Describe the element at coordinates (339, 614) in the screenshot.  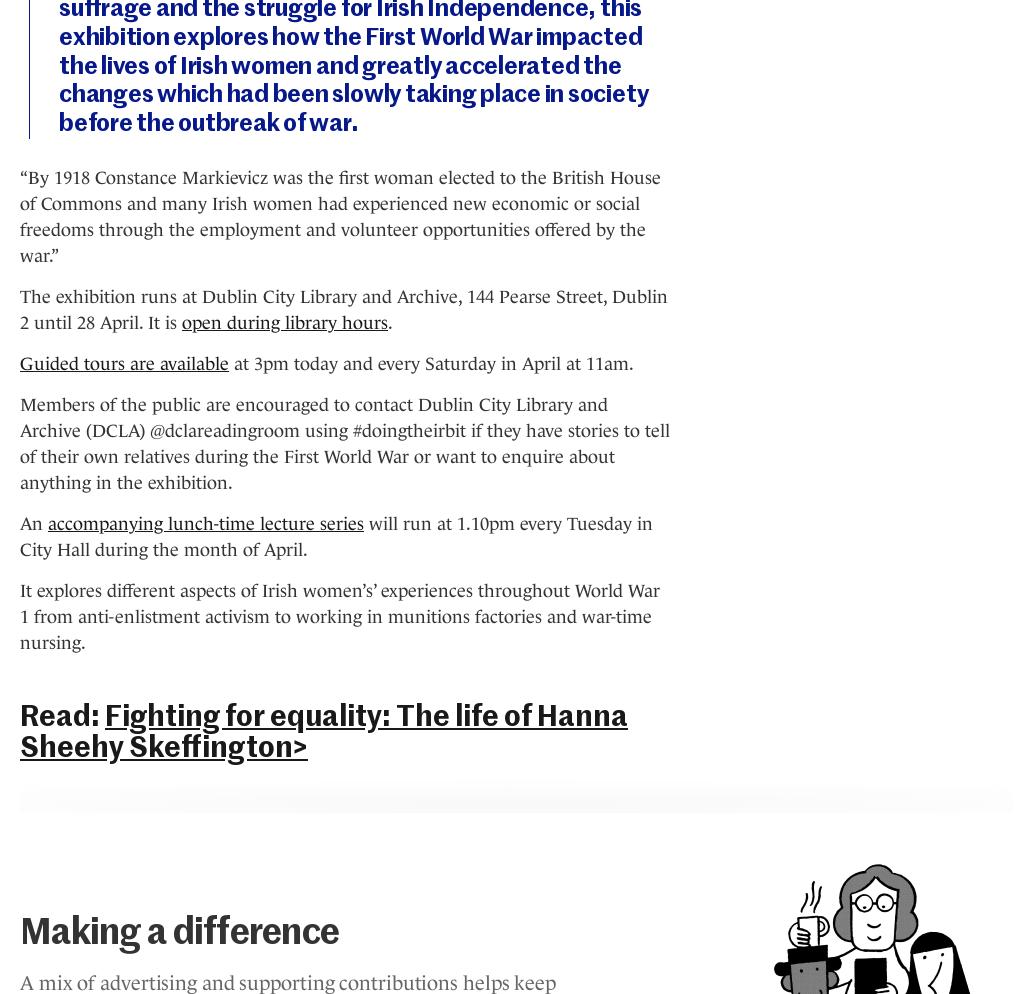
I see `'It explores different aspects of Irish women’s’ experiences throughout World War 1 from anti-enlistment activism to working in munitions factories and war-time nursing.'` at that location.